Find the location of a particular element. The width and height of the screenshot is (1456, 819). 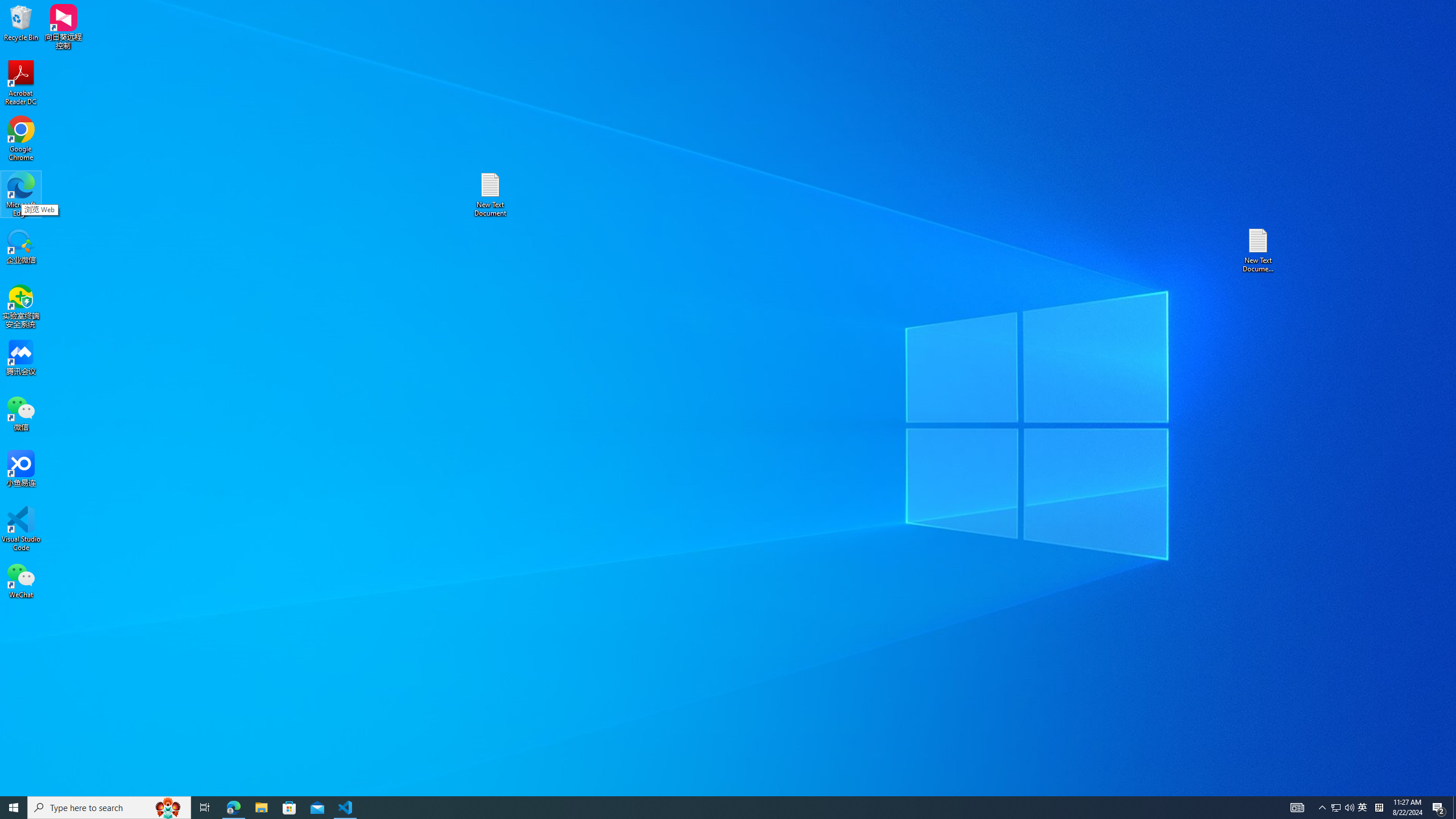

'Start' is located at coordinates (14, 806).